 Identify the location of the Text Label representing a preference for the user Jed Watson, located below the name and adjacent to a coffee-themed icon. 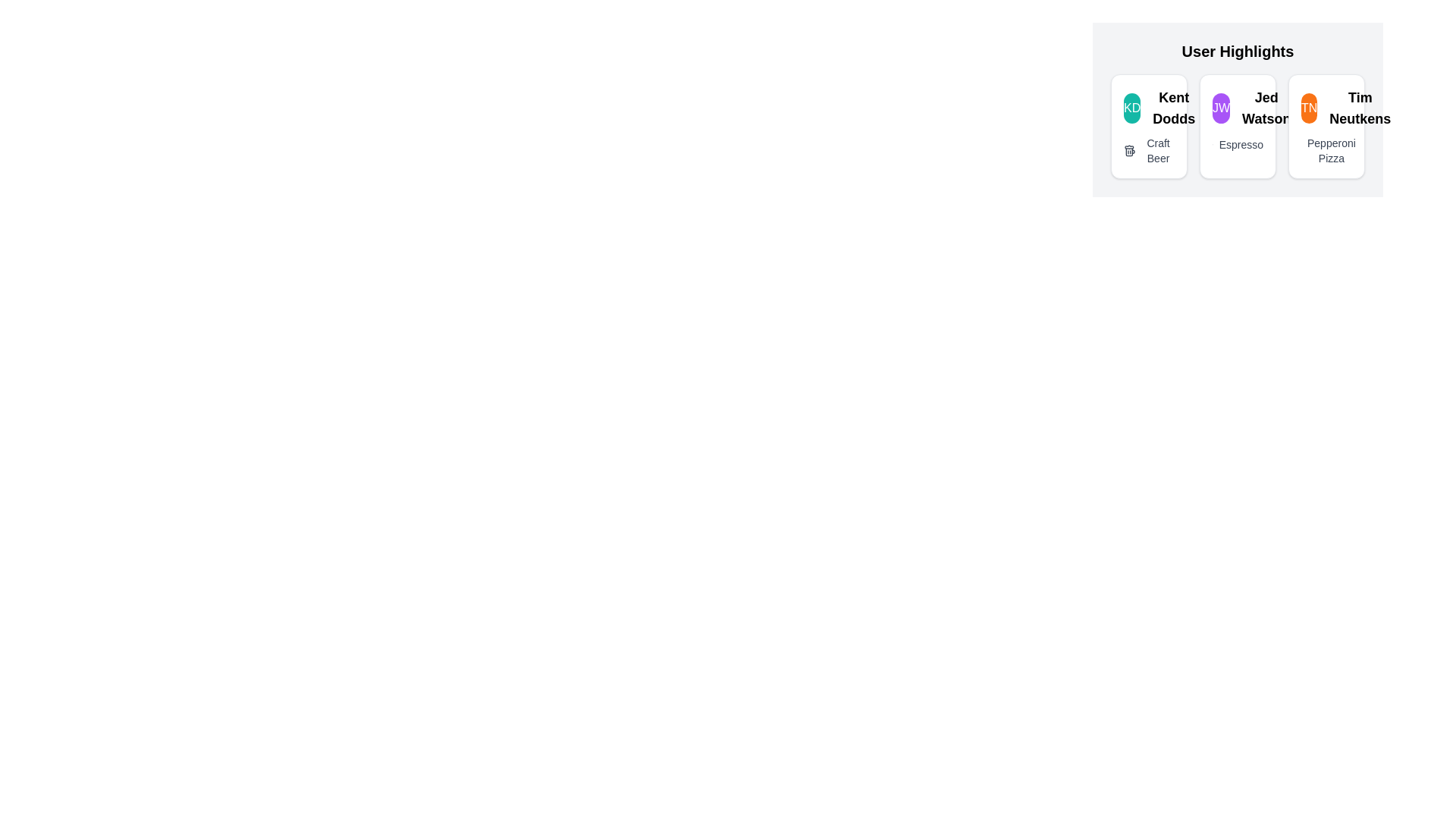
(1238, 145).